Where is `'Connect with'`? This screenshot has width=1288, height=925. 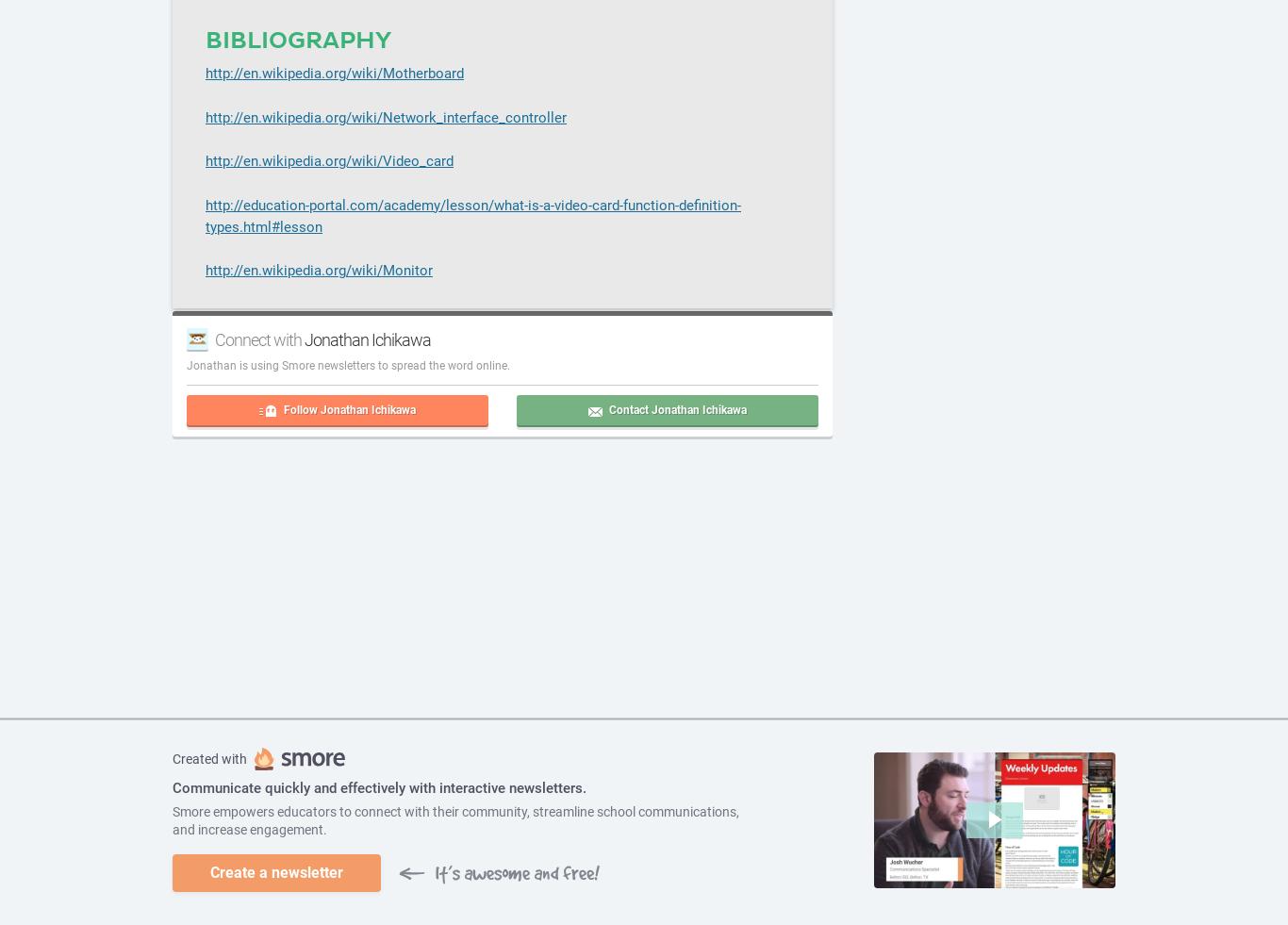
'Connect with' is located at coordinates (213, 338).